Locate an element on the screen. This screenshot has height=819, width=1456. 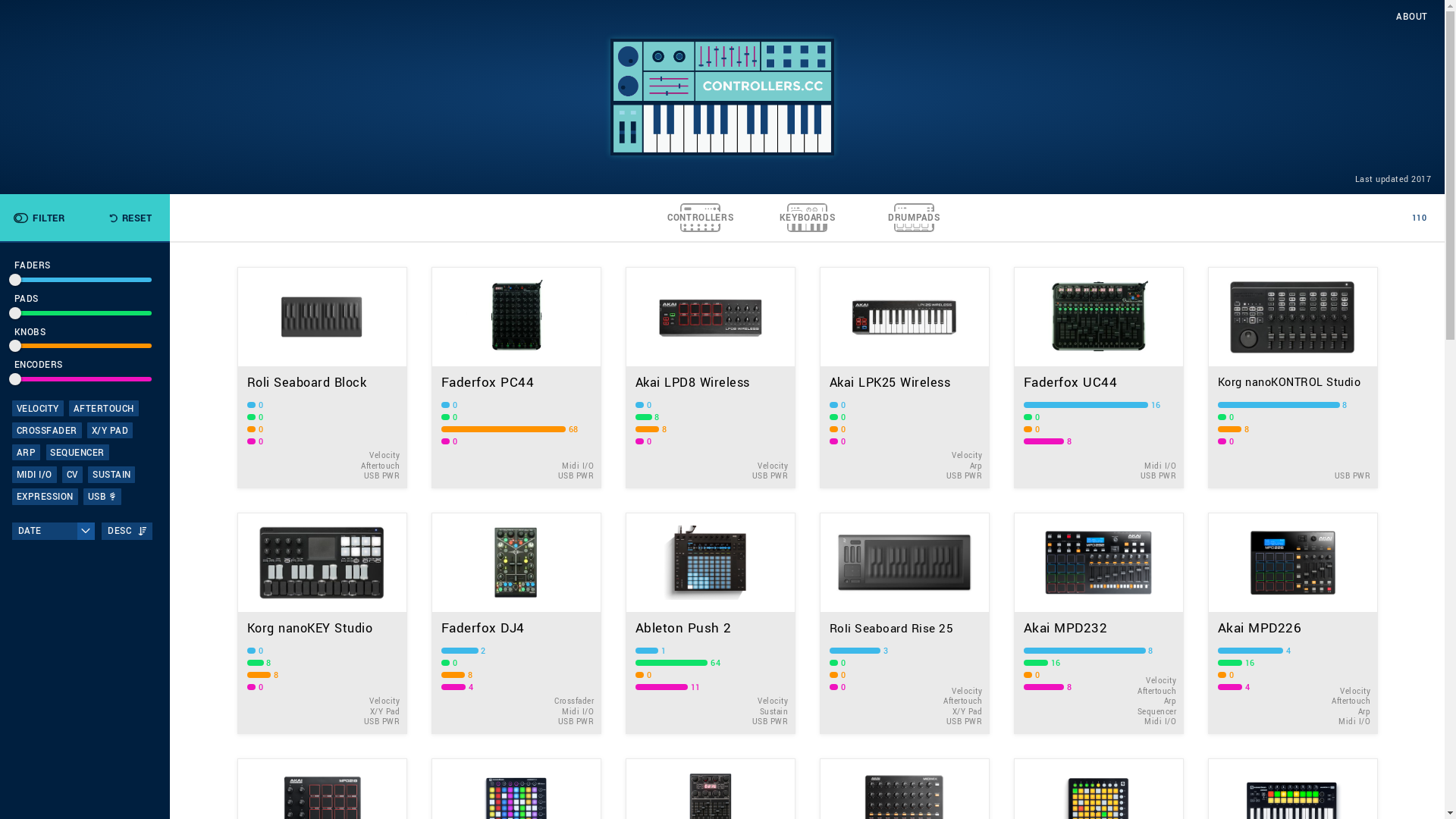
'Faderfox PC44 is located at coordinates (516, 376).